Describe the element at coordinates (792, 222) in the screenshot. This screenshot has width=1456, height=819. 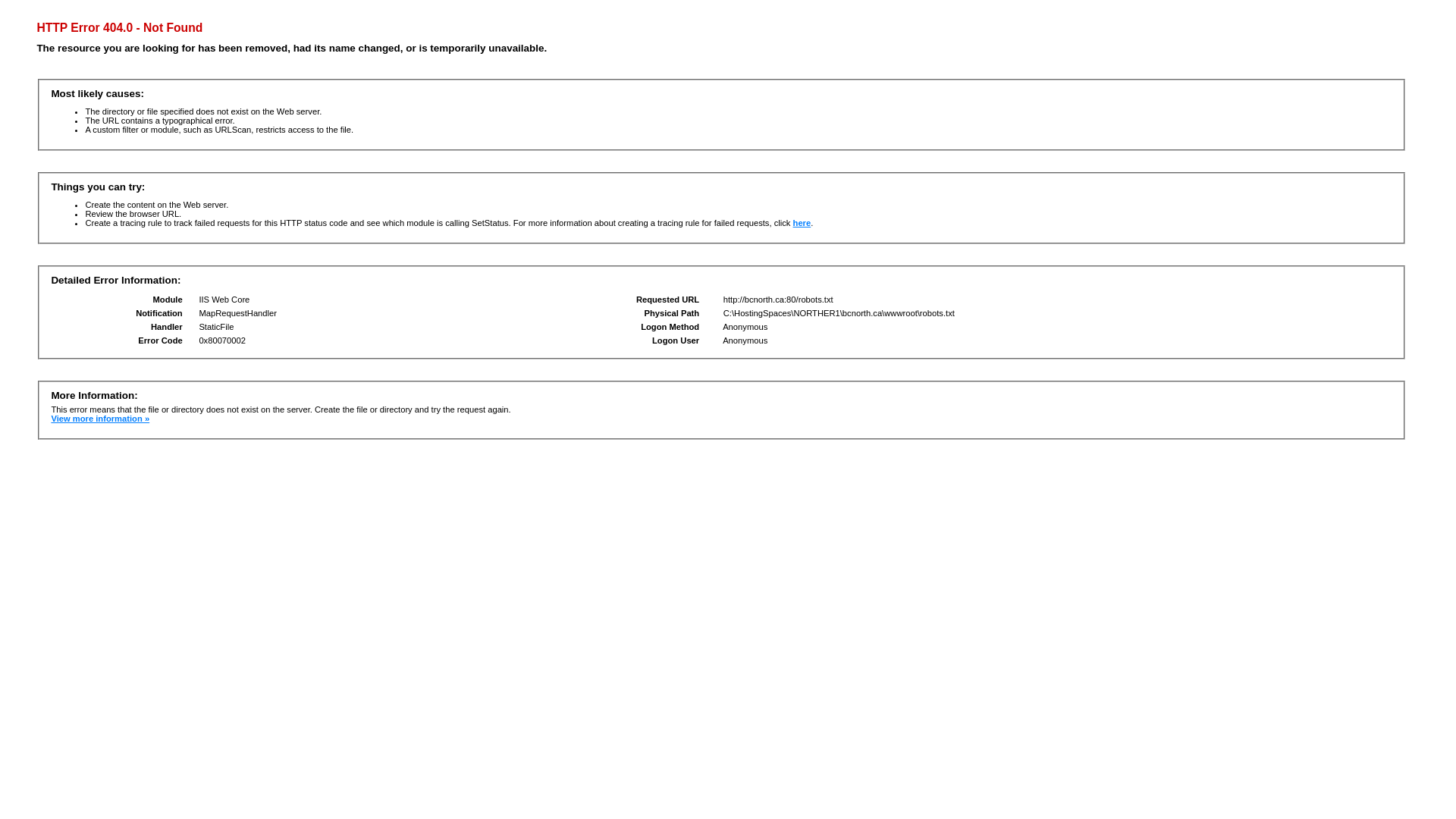
I see `'here'` at that location.